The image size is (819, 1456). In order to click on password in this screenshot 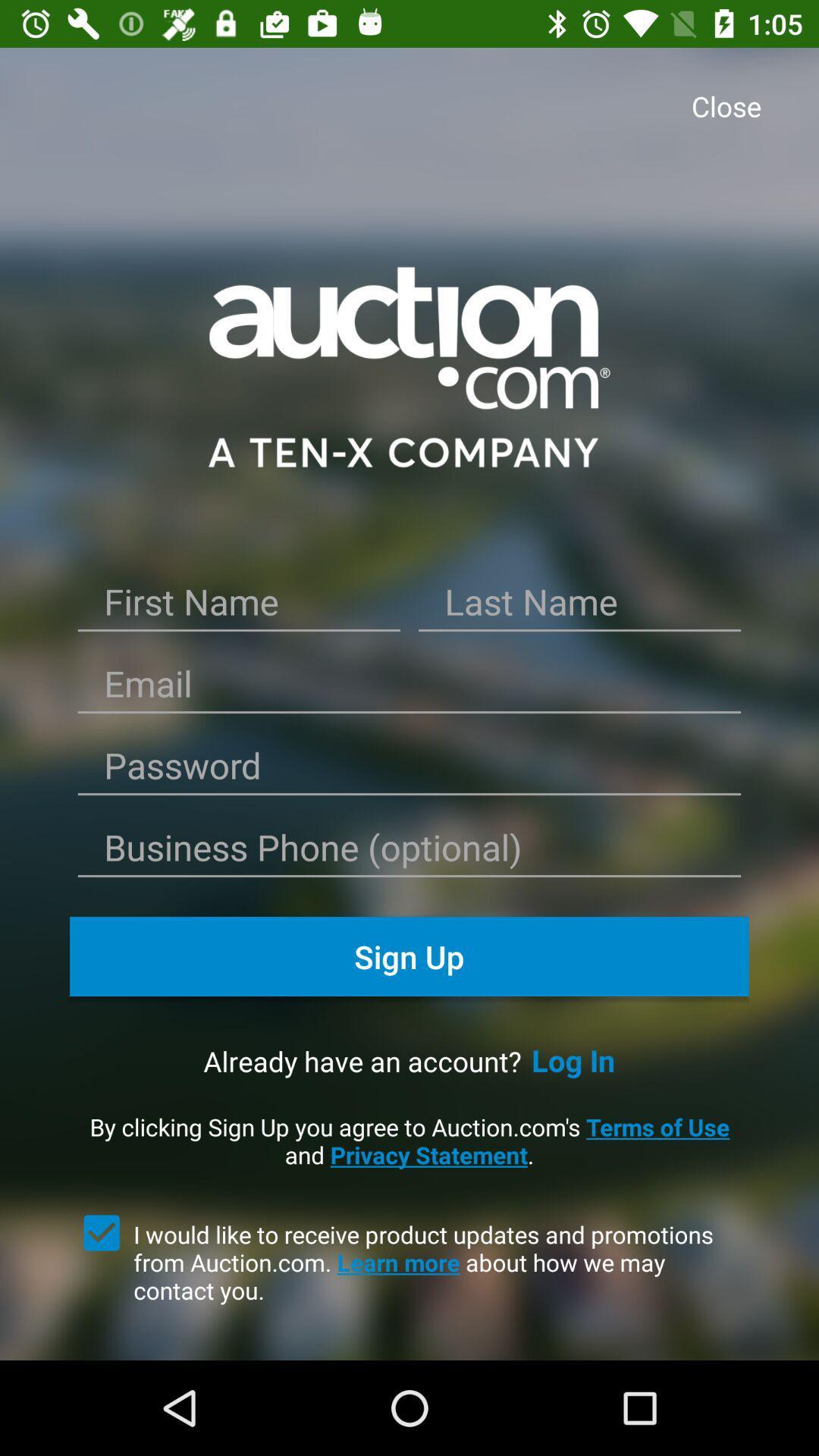, I will do `click(409, 771)`.